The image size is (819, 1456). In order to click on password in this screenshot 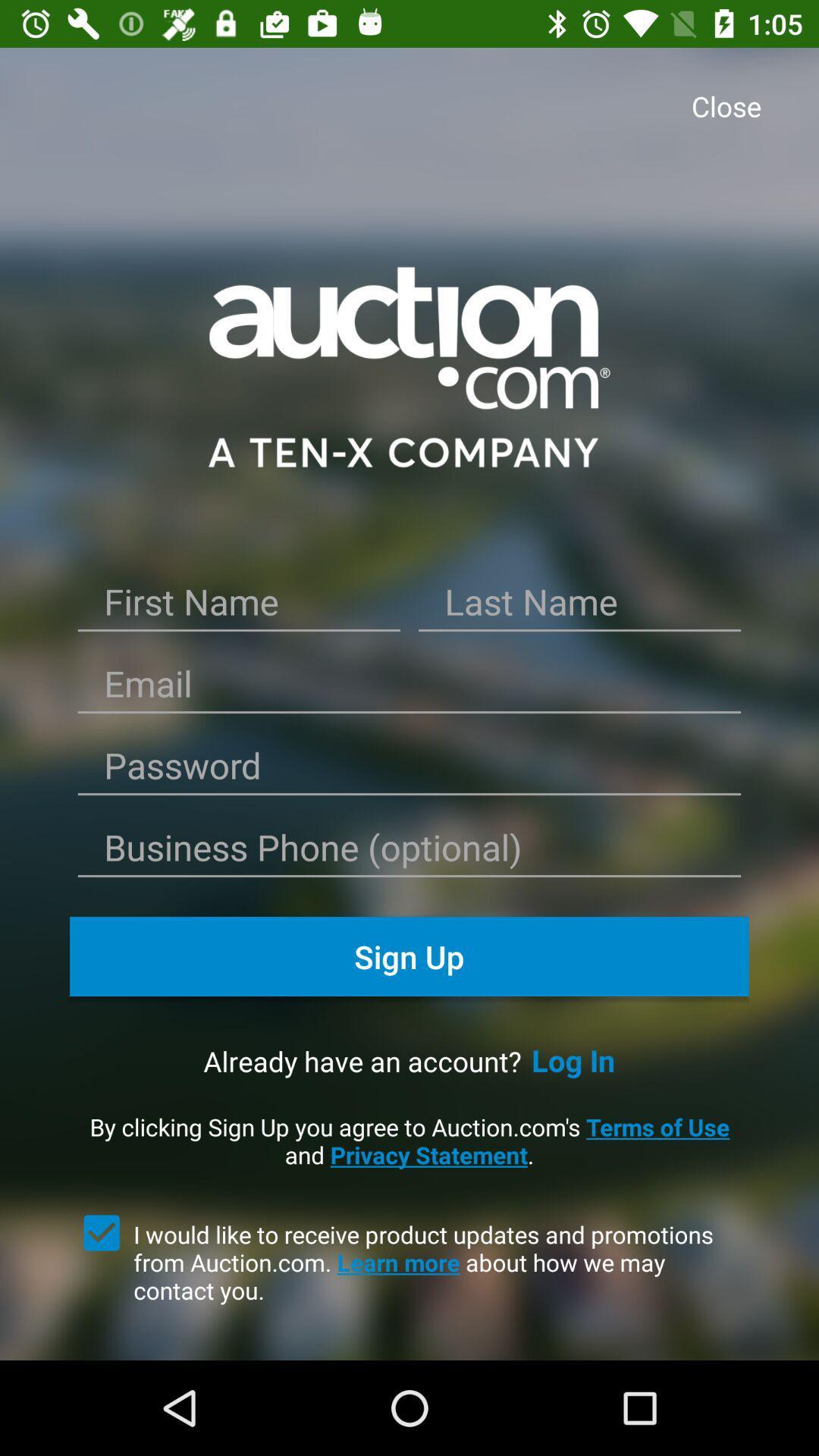, I will do `click(409, 771)`.